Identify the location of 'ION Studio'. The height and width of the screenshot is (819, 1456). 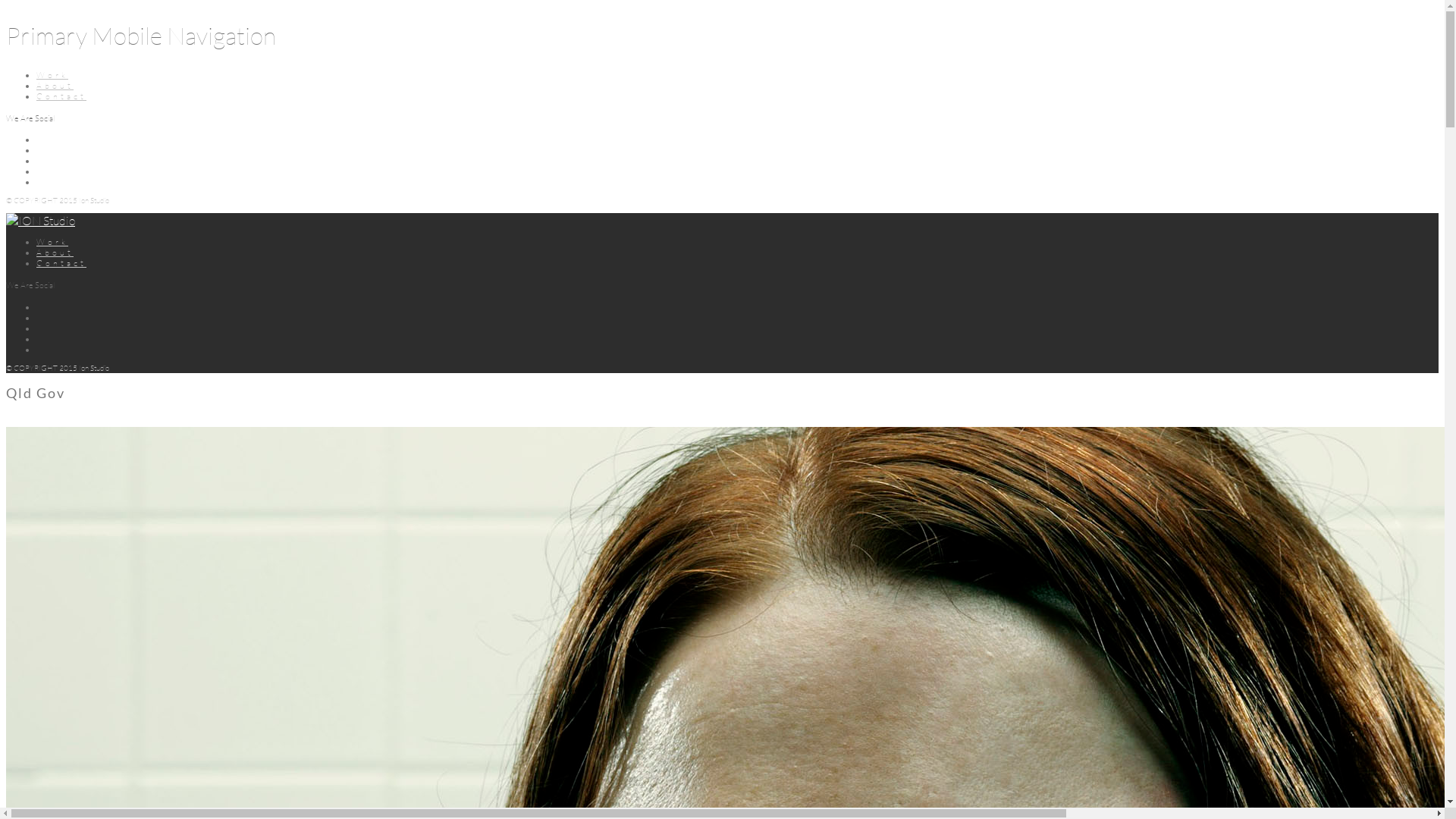
(40, 220).